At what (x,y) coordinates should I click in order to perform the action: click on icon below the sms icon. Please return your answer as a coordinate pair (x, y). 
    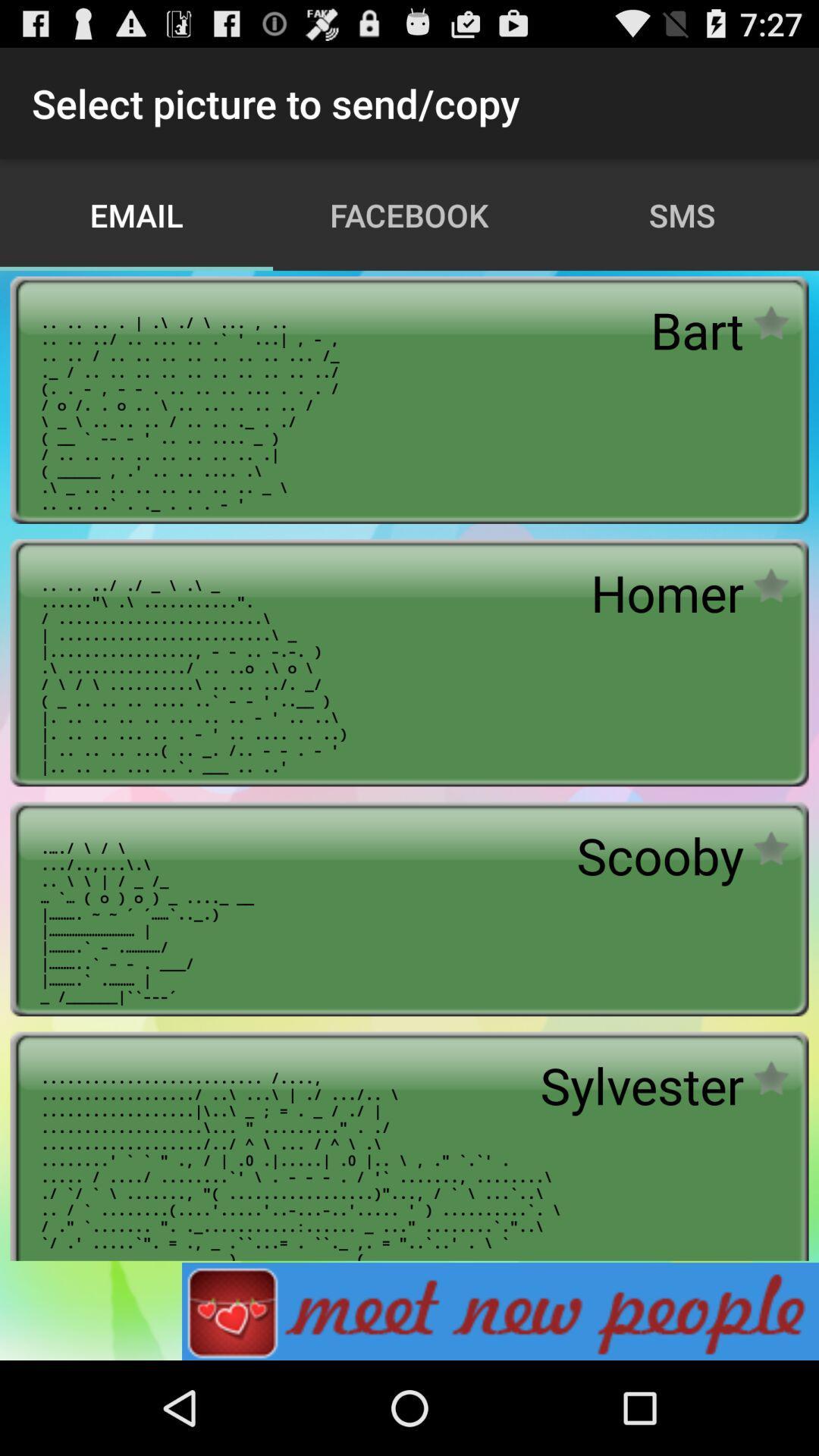
    Looking at the image, I should click on (697, 329).